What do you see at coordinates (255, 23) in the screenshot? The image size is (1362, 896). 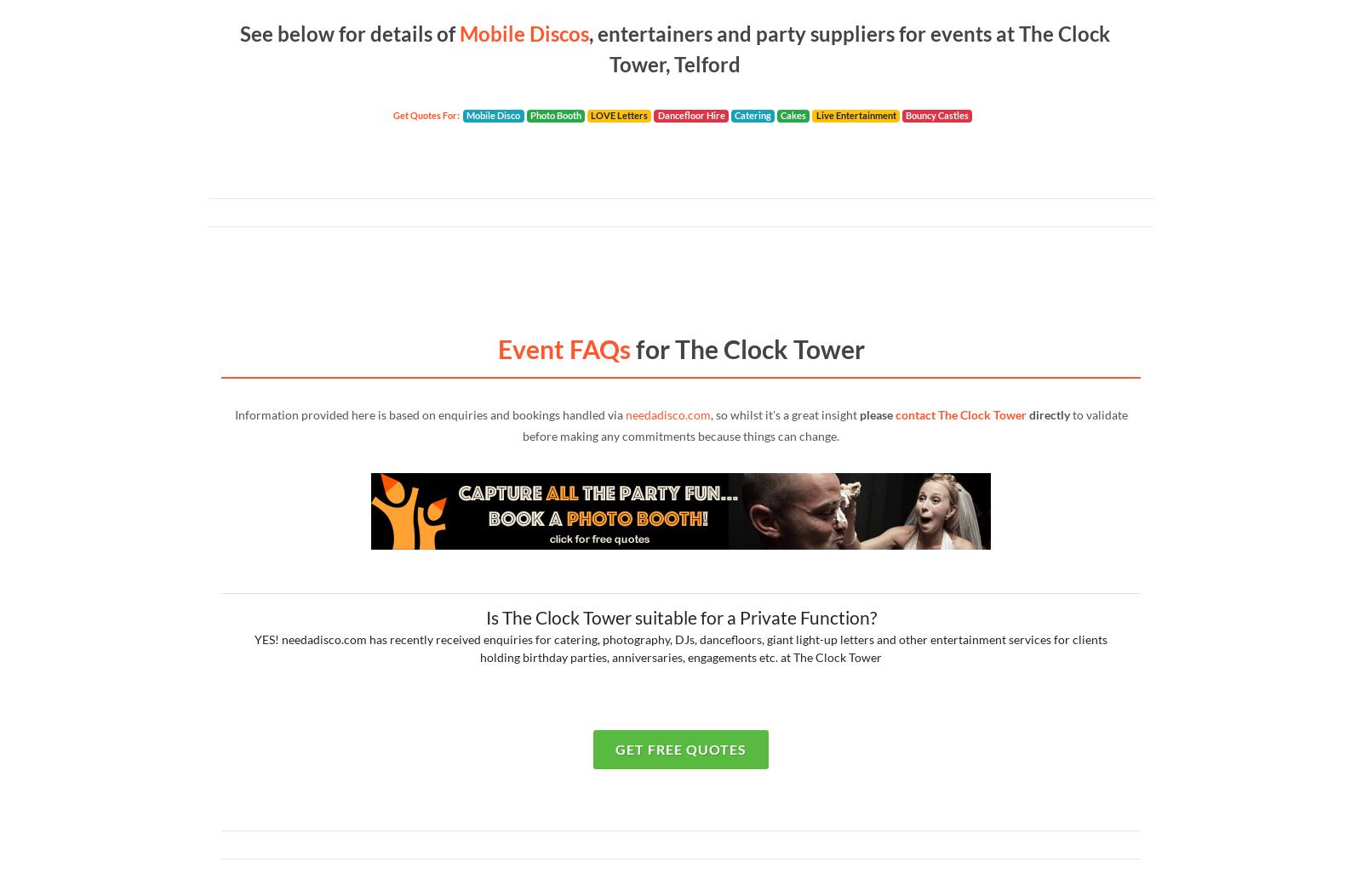 I see `'The Oddfellows Arms'` at bounding box center [255, 23].